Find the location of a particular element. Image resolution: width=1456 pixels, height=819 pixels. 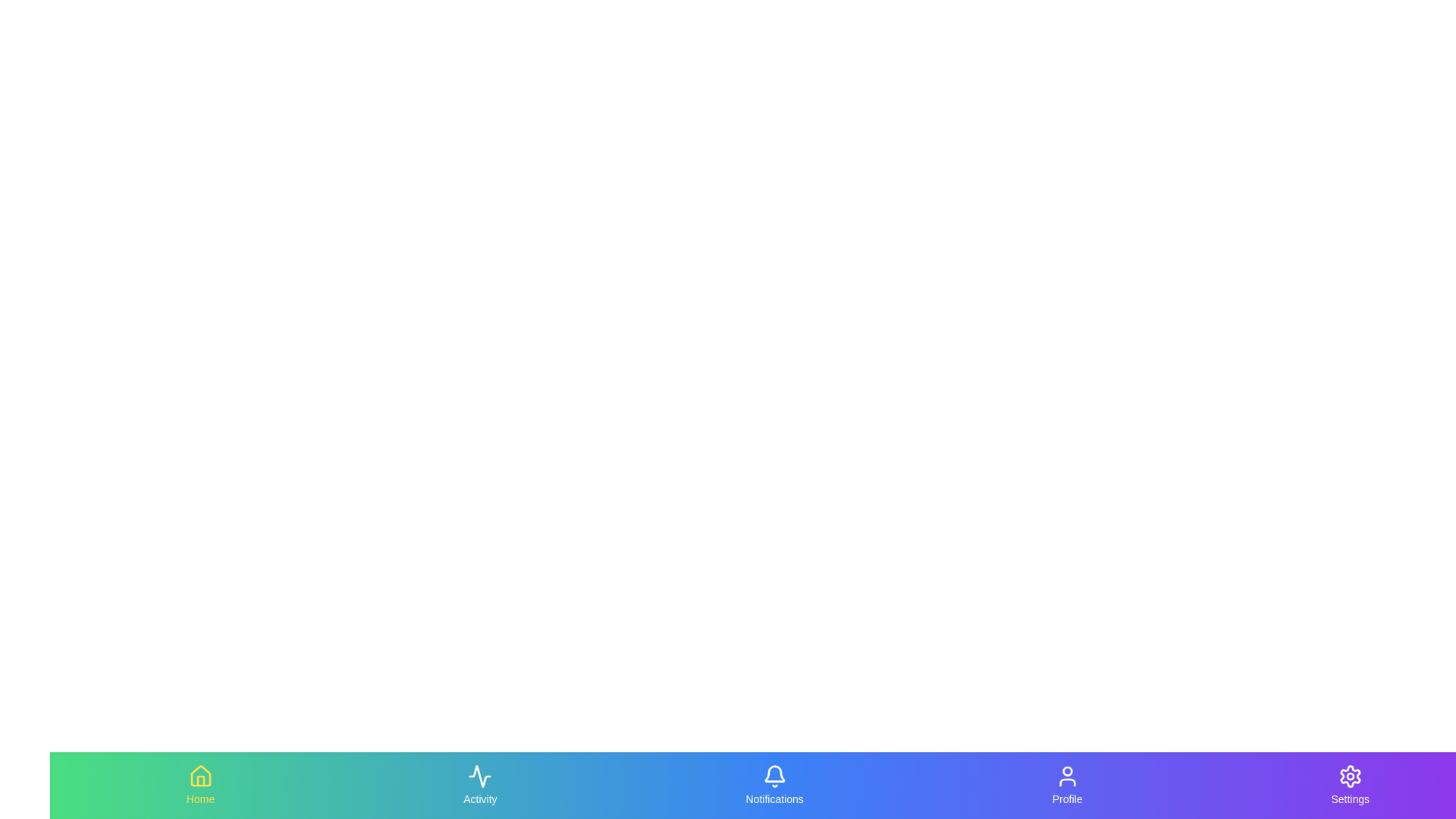

the navigation tab labeled Notifications to see the hover effect is located at coordinates (774, 785).